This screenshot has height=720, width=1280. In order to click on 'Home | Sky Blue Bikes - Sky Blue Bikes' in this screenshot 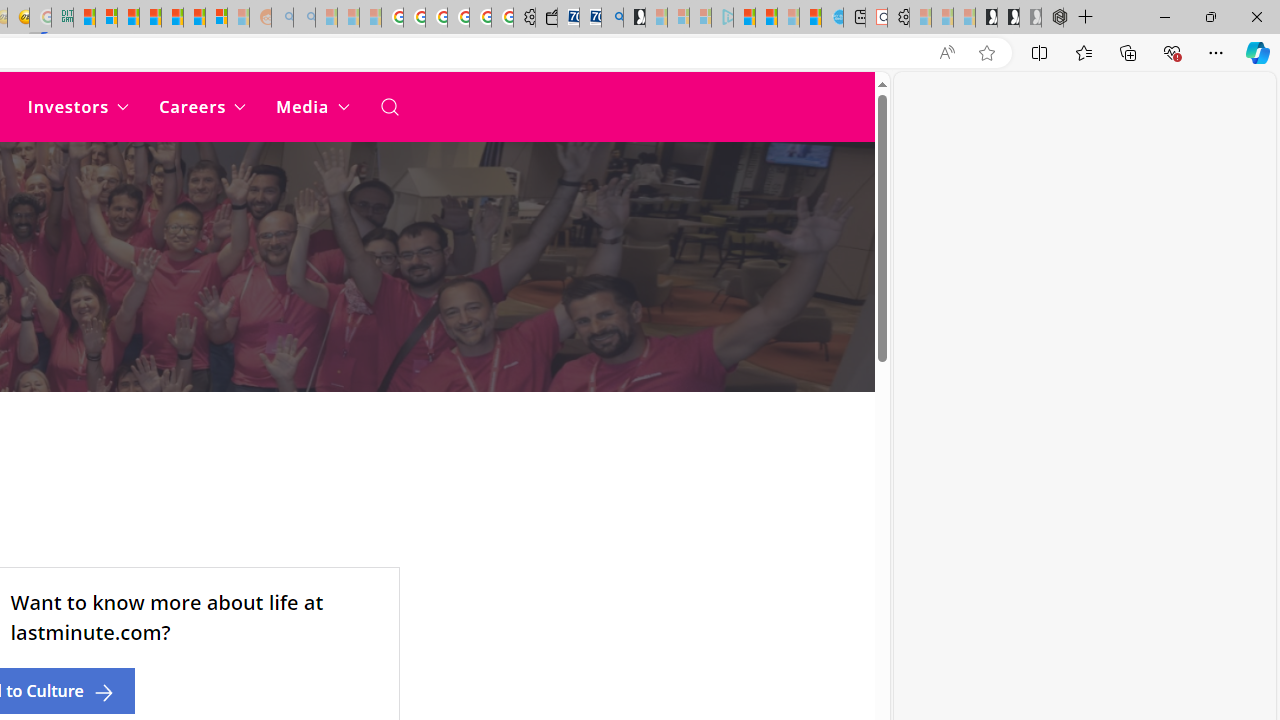, I will do `click(832, 17)`.